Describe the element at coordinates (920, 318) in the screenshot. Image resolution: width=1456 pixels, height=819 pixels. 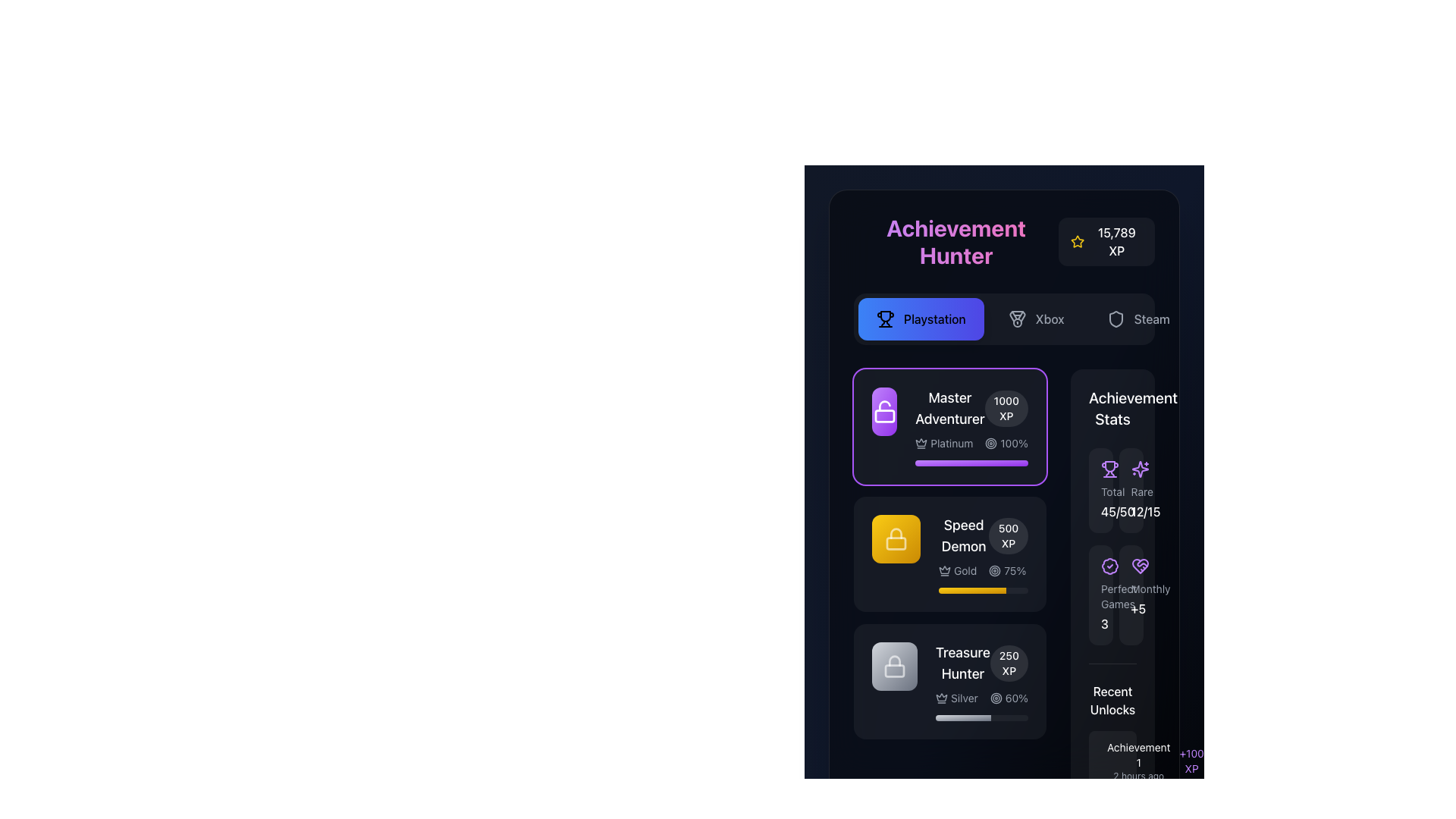
I see `the leftmost button in the group of three buttons` at that location.